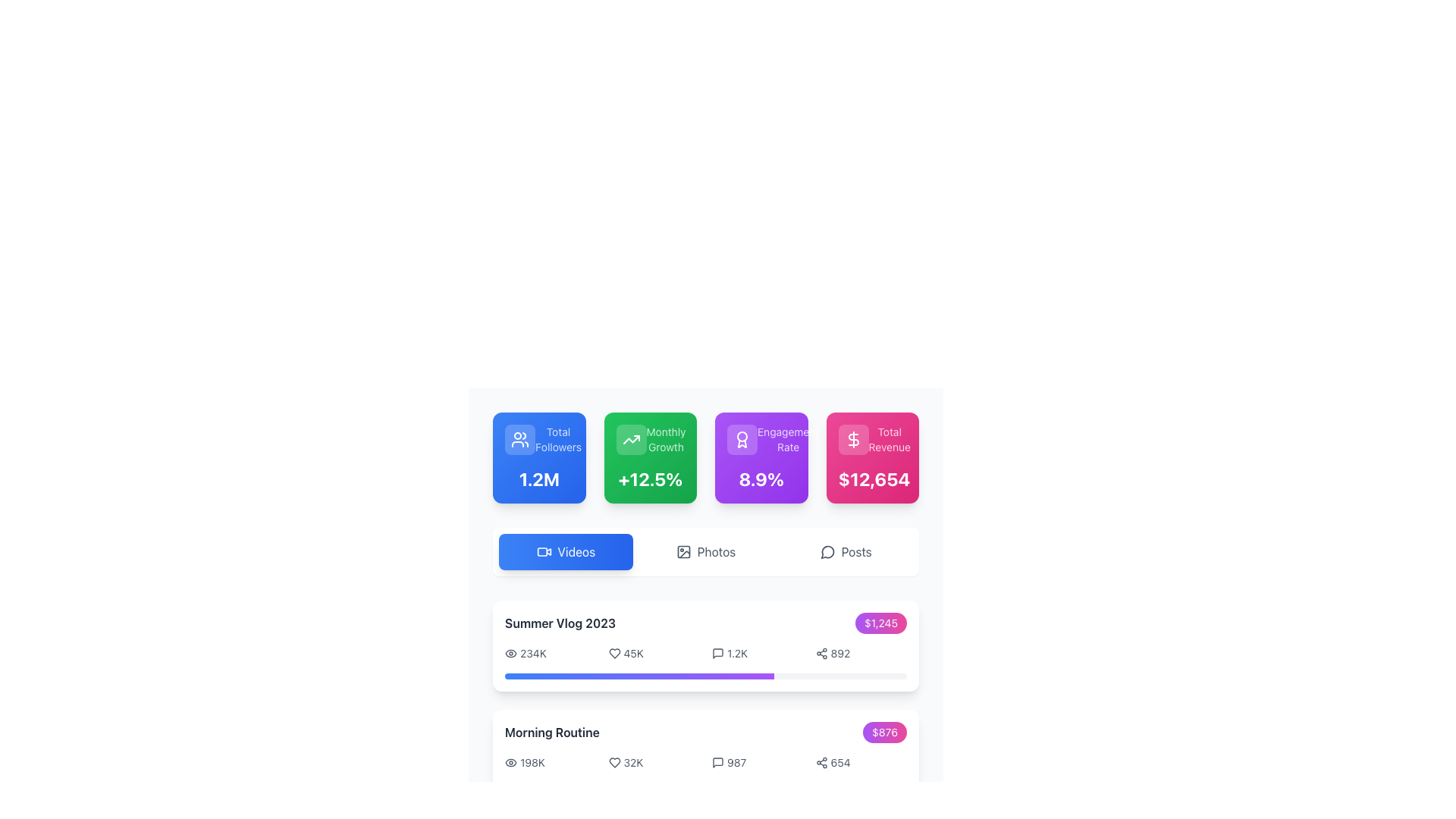  Describe the element at coordinates (705, 457) in the screenshot. I see `the Statistical Panel Group at the top-center of the grid layout` at that location.